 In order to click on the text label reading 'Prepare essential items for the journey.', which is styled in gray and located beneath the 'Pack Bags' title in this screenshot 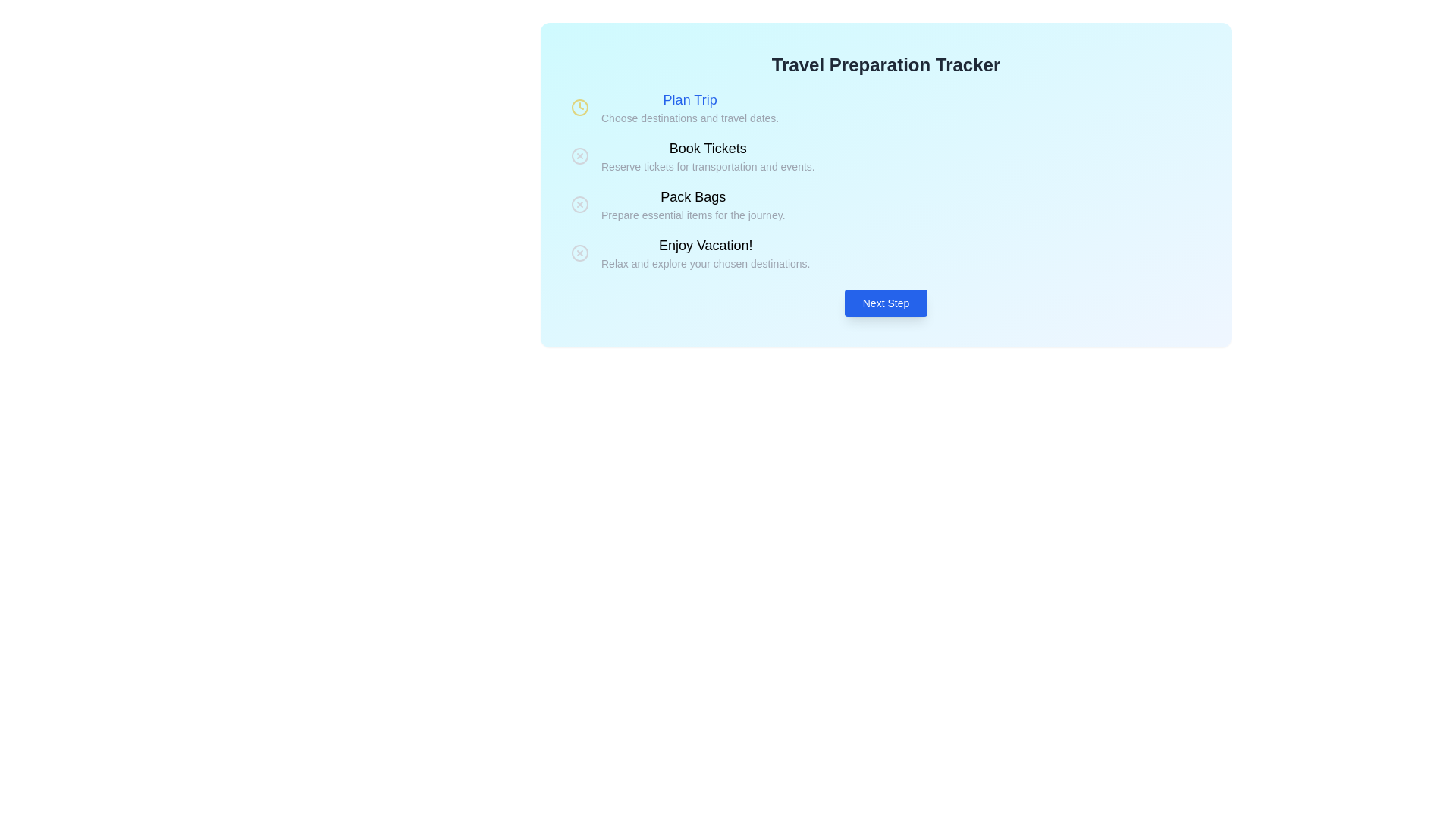, I will do `click(692, 215)`.